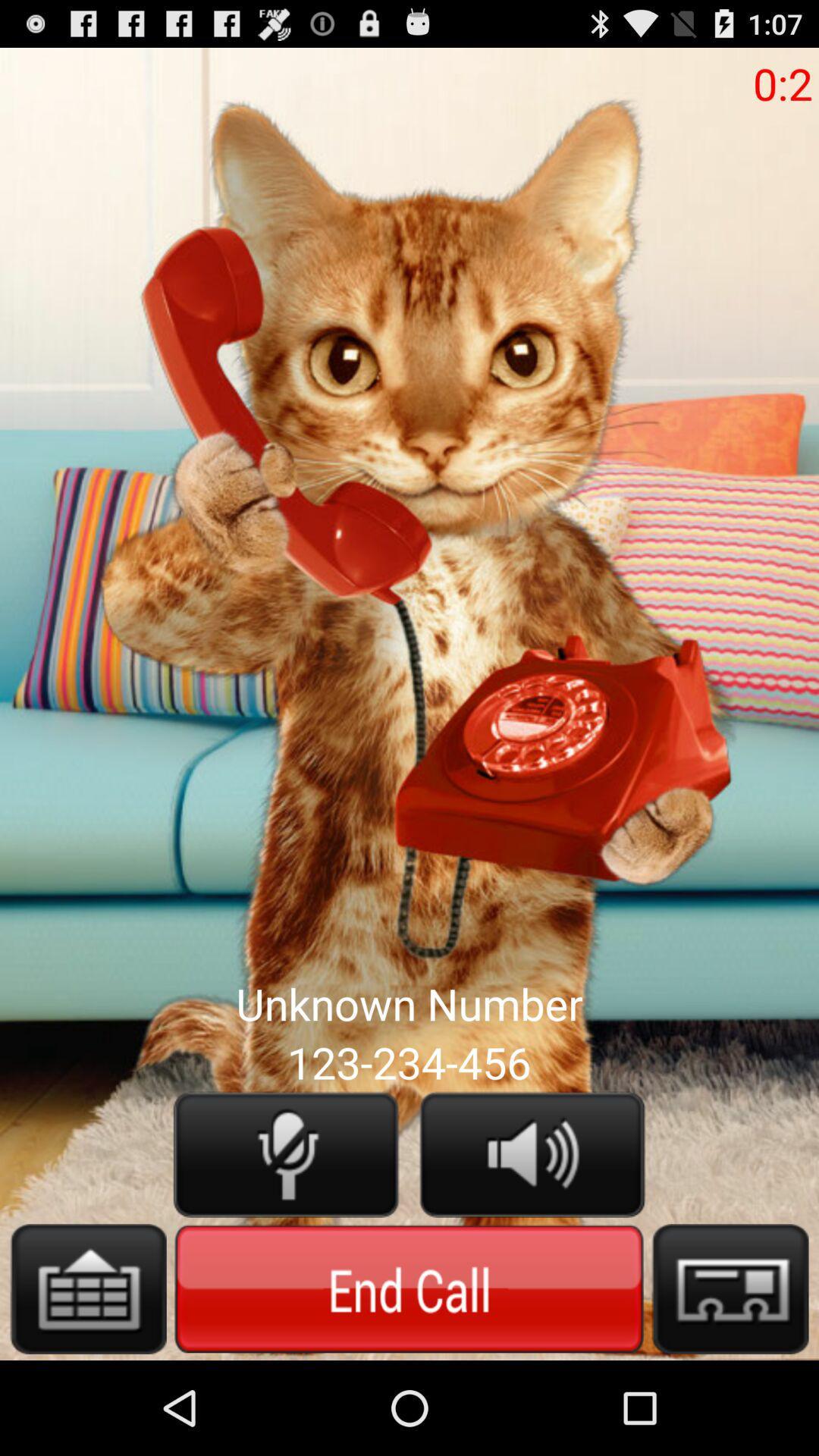 This screenshot has width=819, height=1456. What do you see at coordinates (408, 1288) in the screenshot?
I see `end call` at bounding box center [408, 1288].